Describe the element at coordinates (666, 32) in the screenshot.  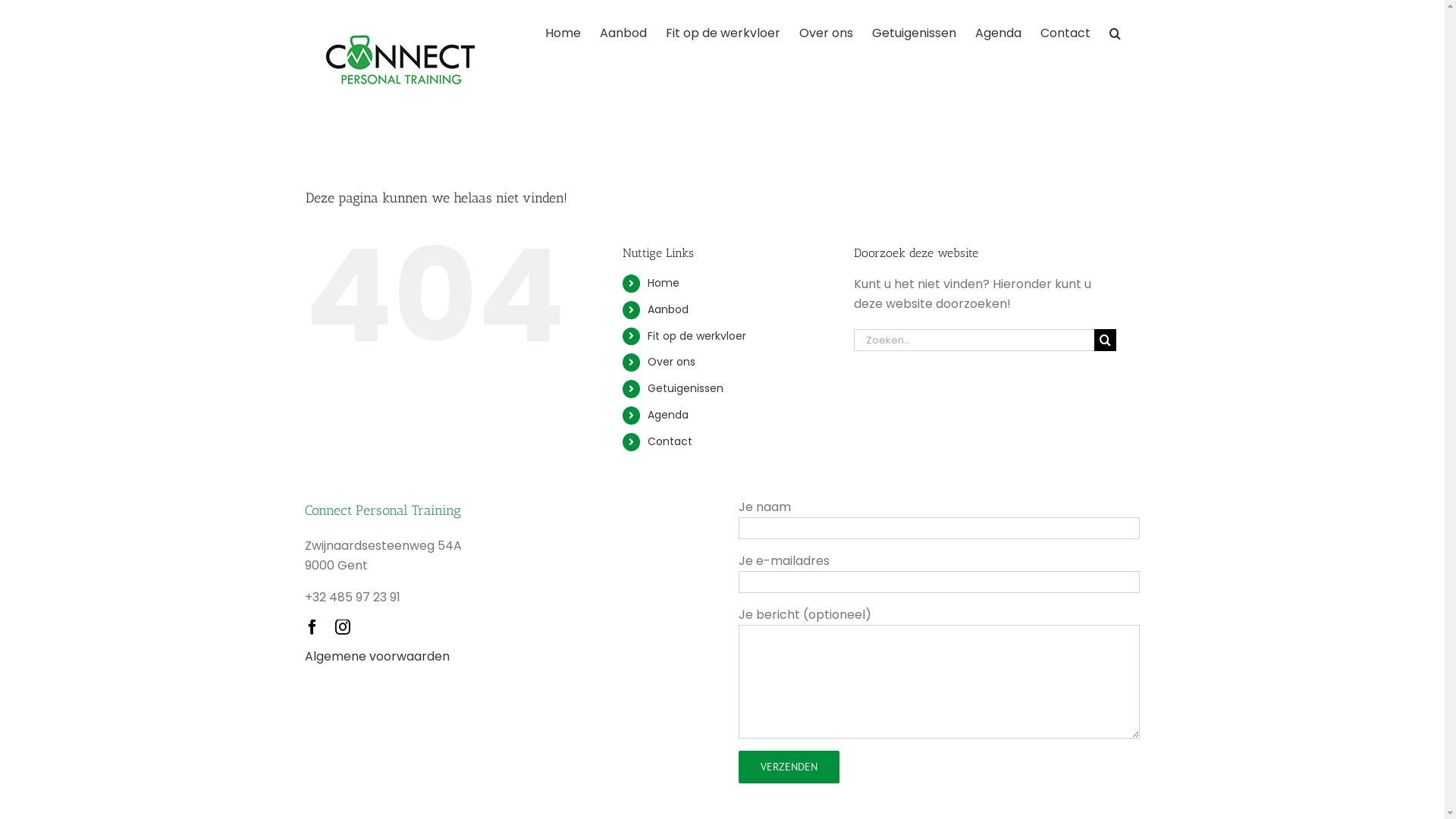
I see `'Fit op de werkvloer'` at that location.